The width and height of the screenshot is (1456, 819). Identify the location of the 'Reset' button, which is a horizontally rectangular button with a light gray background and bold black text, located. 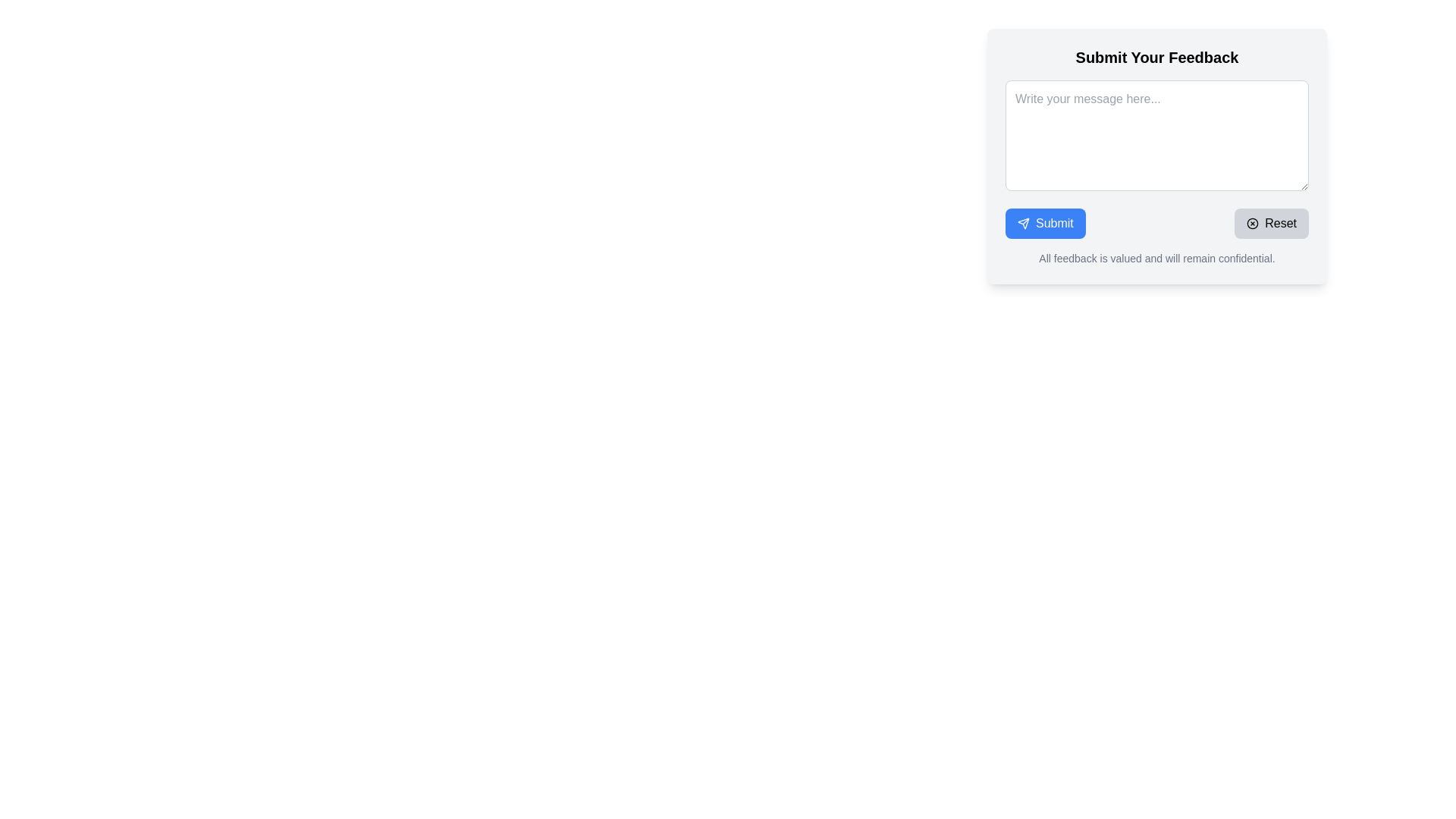
(1272, 223).